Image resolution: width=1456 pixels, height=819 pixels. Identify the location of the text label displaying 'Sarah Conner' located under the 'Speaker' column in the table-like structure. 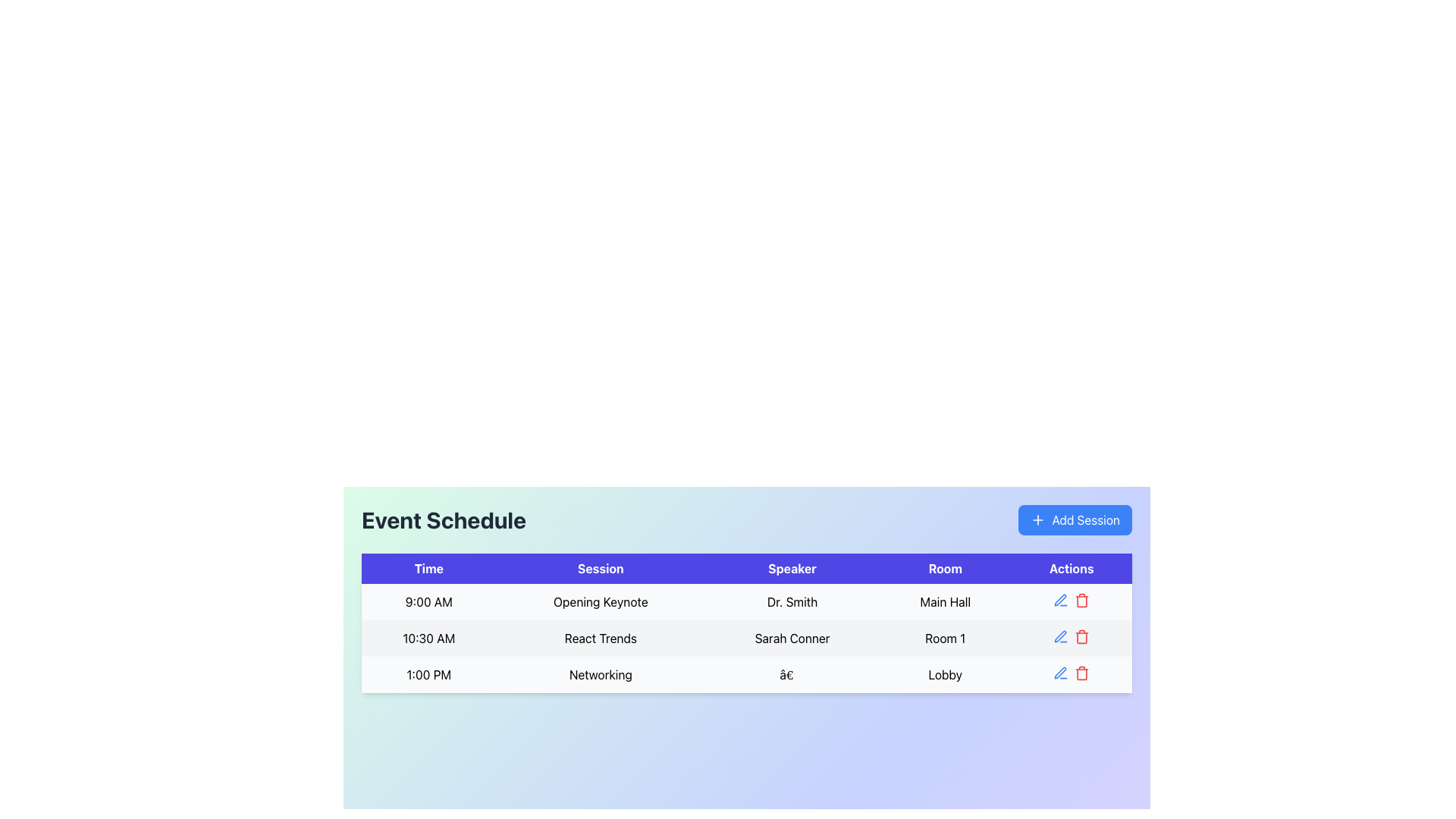
(792, 638).